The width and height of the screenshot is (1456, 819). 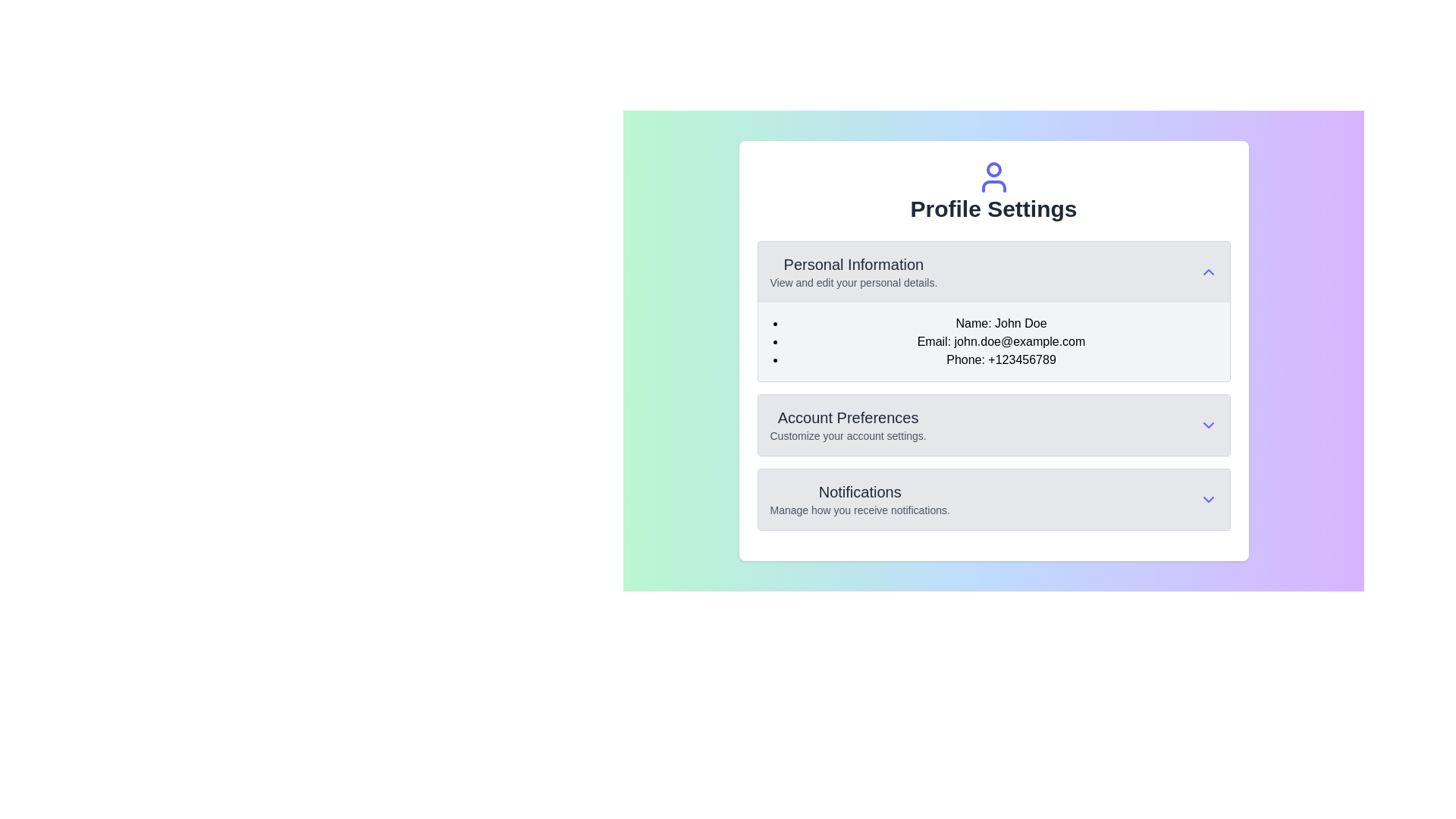 What do you see at coordinates (993, 342) in the screenshot?
I see `the personal contact information list located in the 'Personal Information' section of the 'Profile Settings' page` at bounding box center [993, 342].